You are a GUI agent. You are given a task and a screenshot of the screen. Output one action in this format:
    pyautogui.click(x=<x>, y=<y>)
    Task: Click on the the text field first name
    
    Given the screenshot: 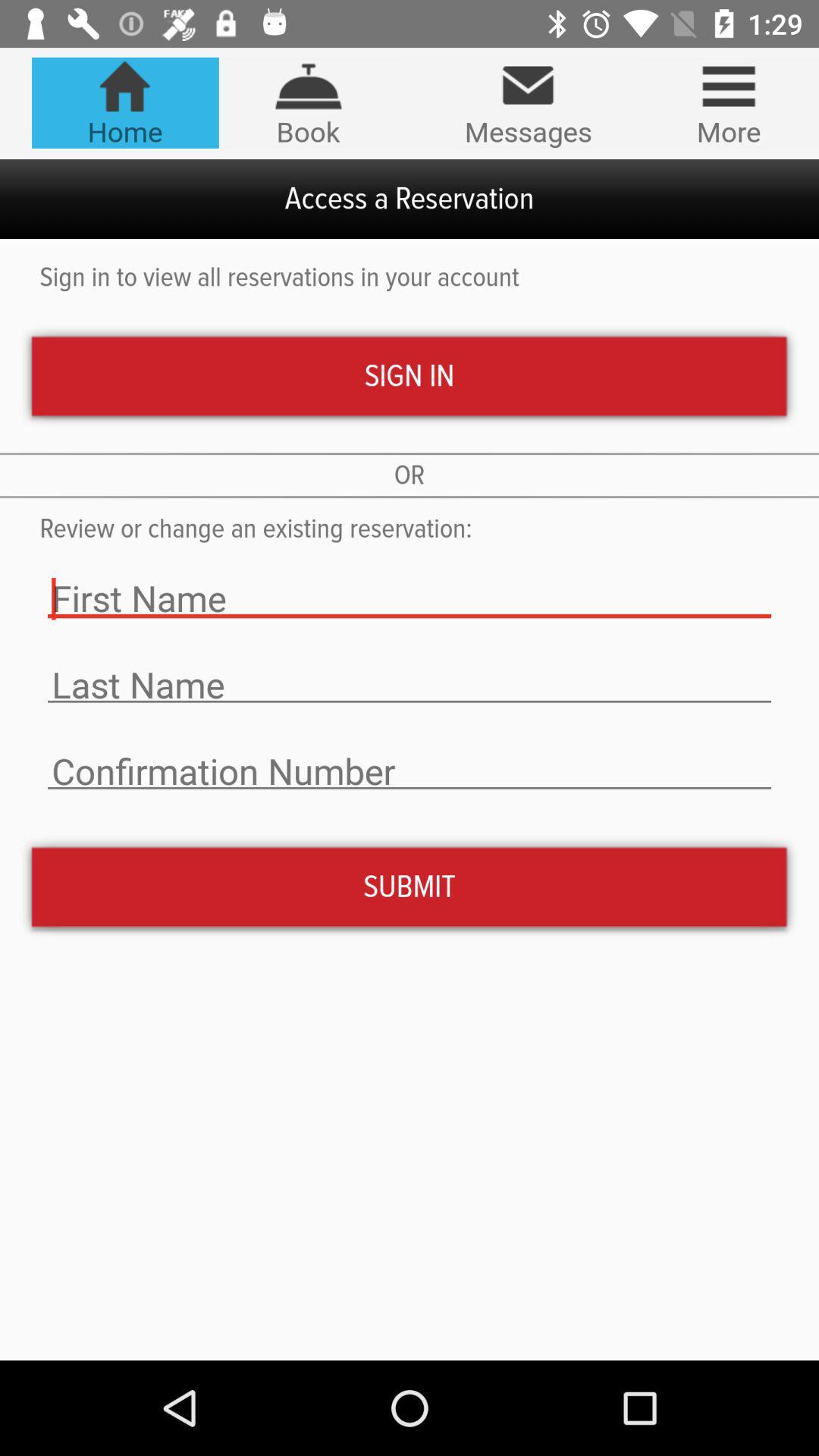 What is the action you would take?
    pyautogui.click(x=409, y=598)
    